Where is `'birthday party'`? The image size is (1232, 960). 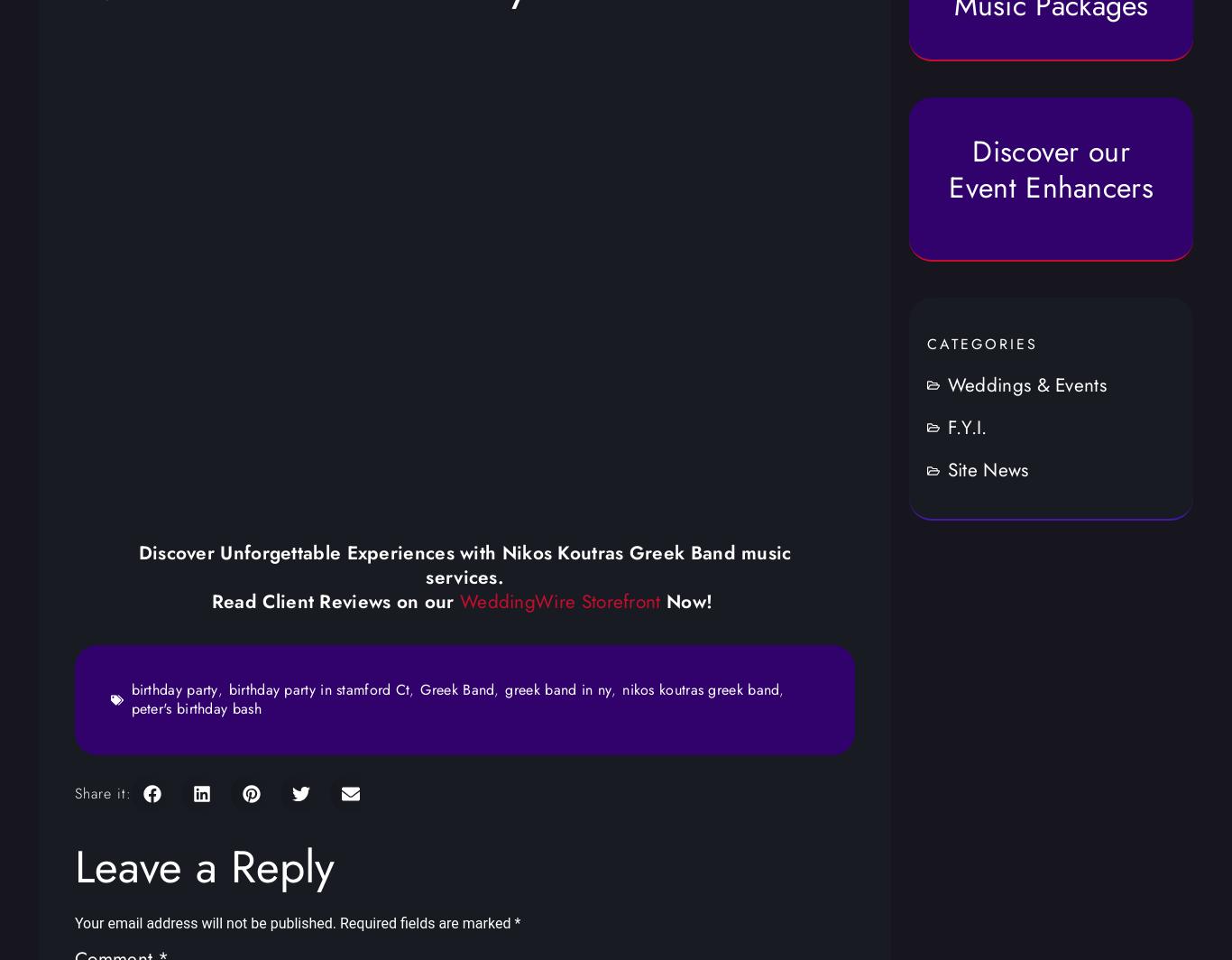
'birthday party' is located at coordinates (173, 689).